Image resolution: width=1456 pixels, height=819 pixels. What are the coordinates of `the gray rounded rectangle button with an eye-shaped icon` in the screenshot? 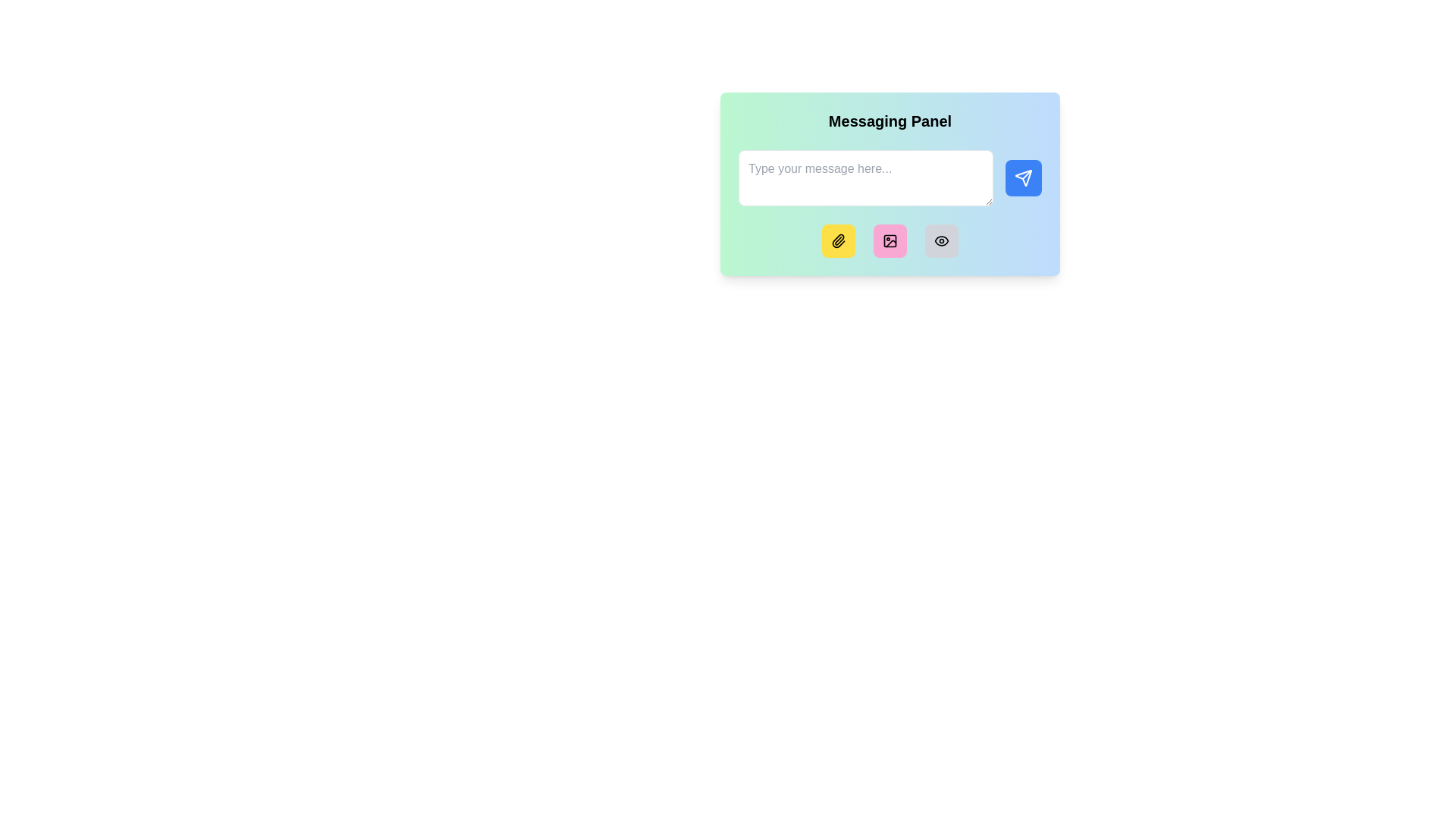 It's located at (941, 240).